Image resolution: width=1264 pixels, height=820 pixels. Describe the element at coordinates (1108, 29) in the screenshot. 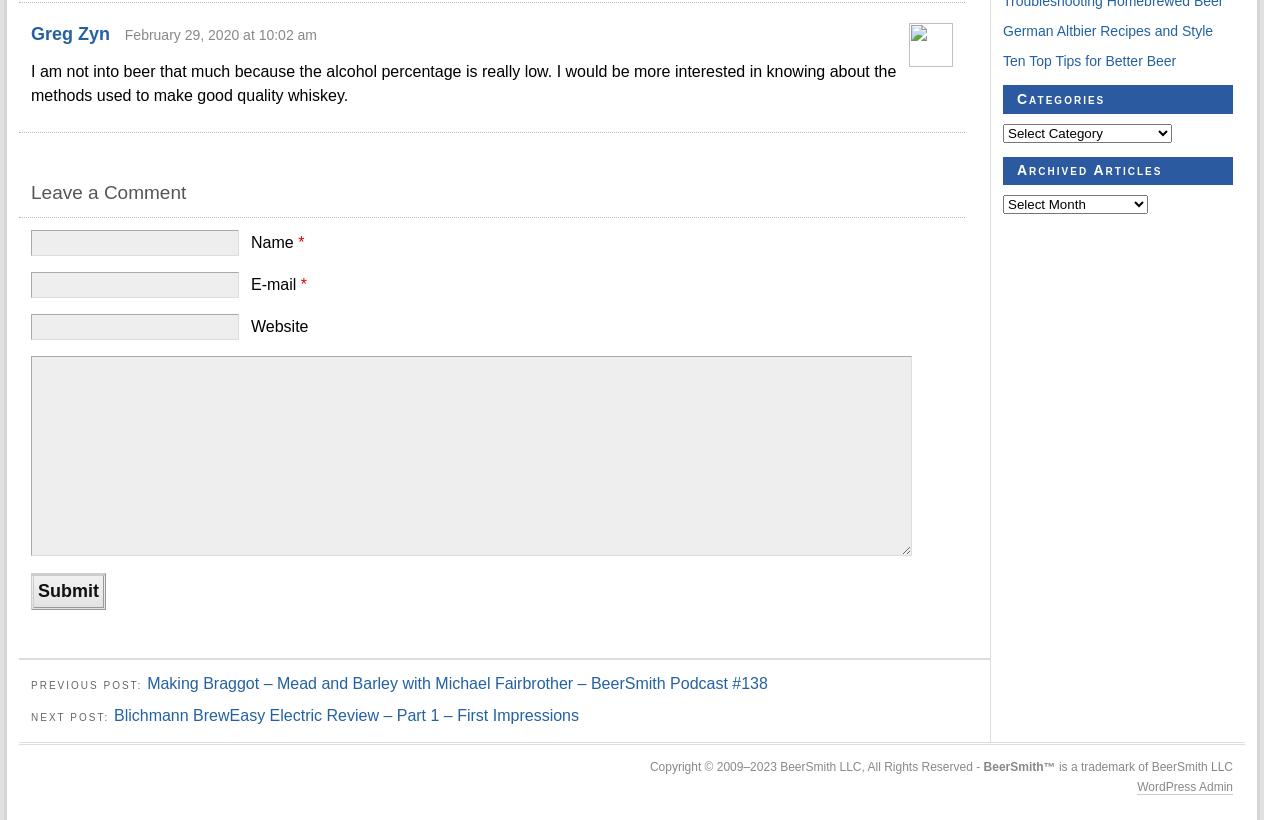

I see `'German Altbier Recipes and Style'` at that location.